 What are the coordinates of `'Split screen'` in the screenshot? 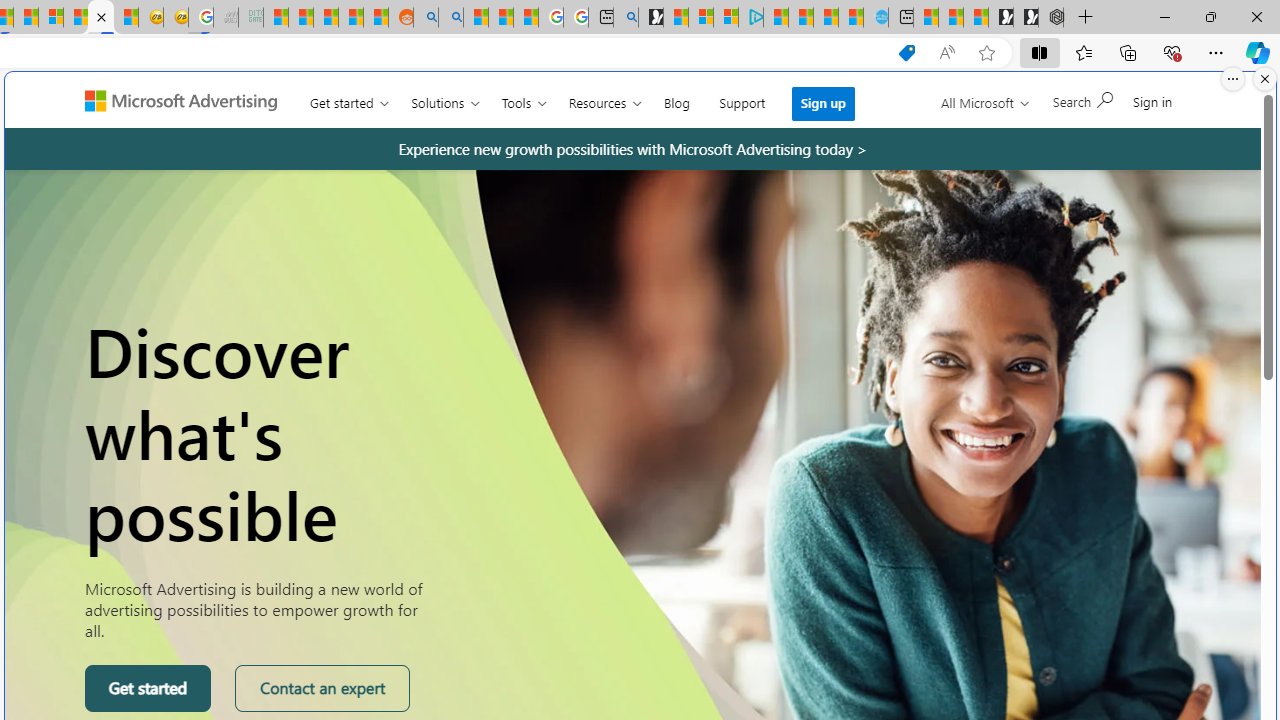 It's located at (1040, 51).